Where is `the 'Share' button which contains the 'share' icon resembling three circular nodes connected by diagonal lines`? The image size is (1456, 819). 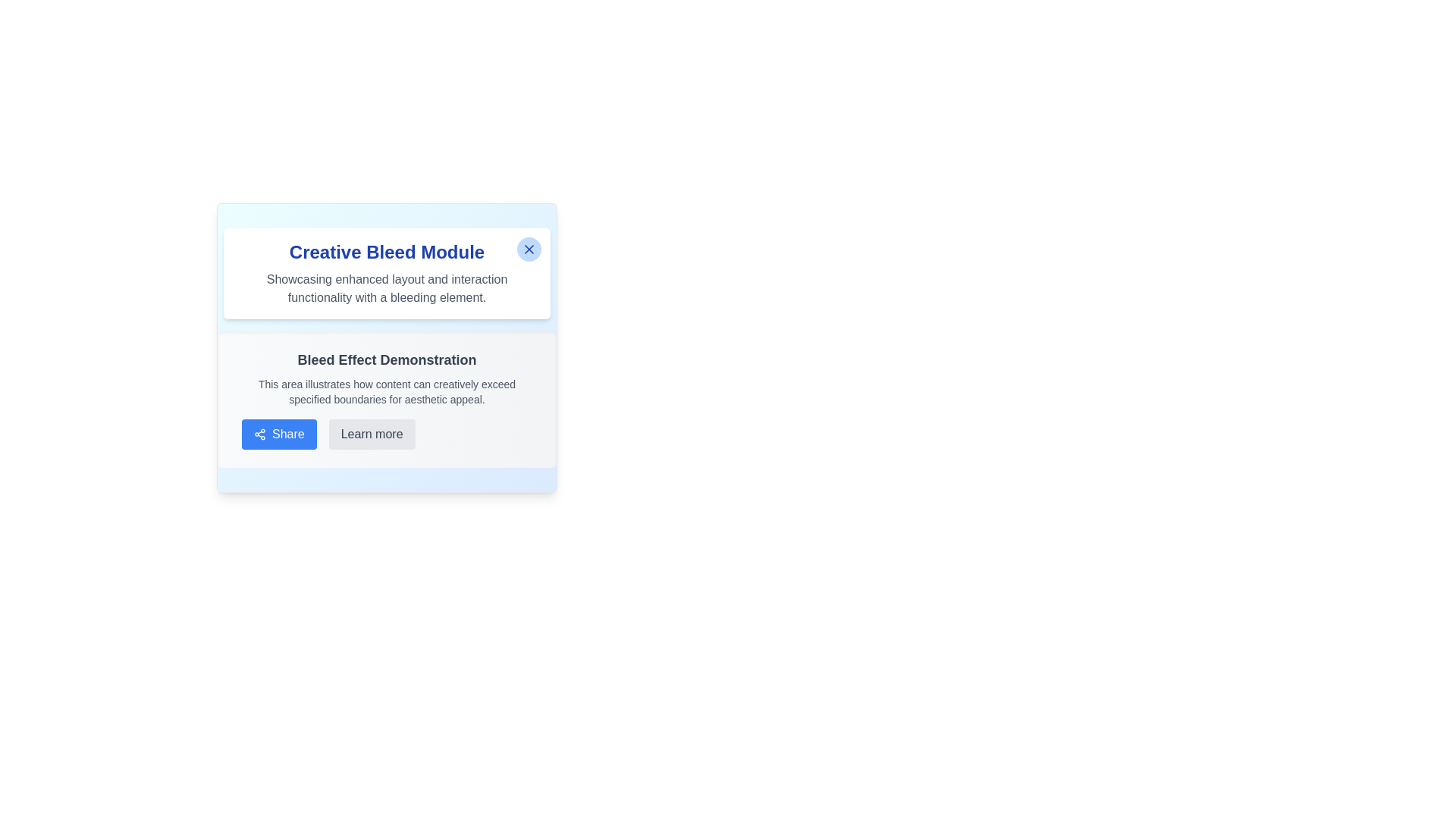
the 'Share' button which contains the 'share' icon resembling three circular nodes connected by diagonal lines is located at coordinates (259, 435).